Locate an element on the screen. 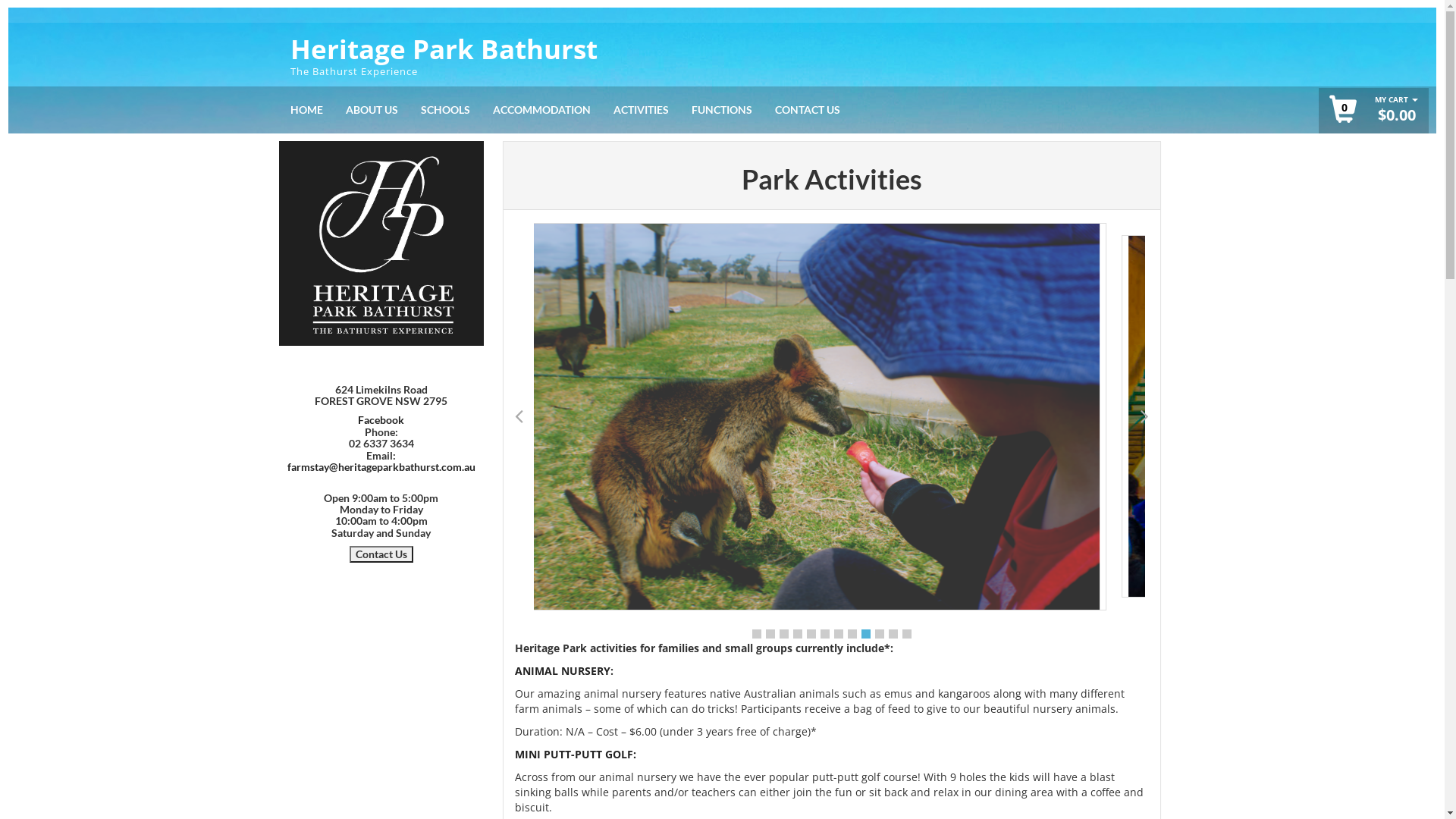  'MINI PUTT-PUTT GOLF:' is located at coordinates (574, 754).